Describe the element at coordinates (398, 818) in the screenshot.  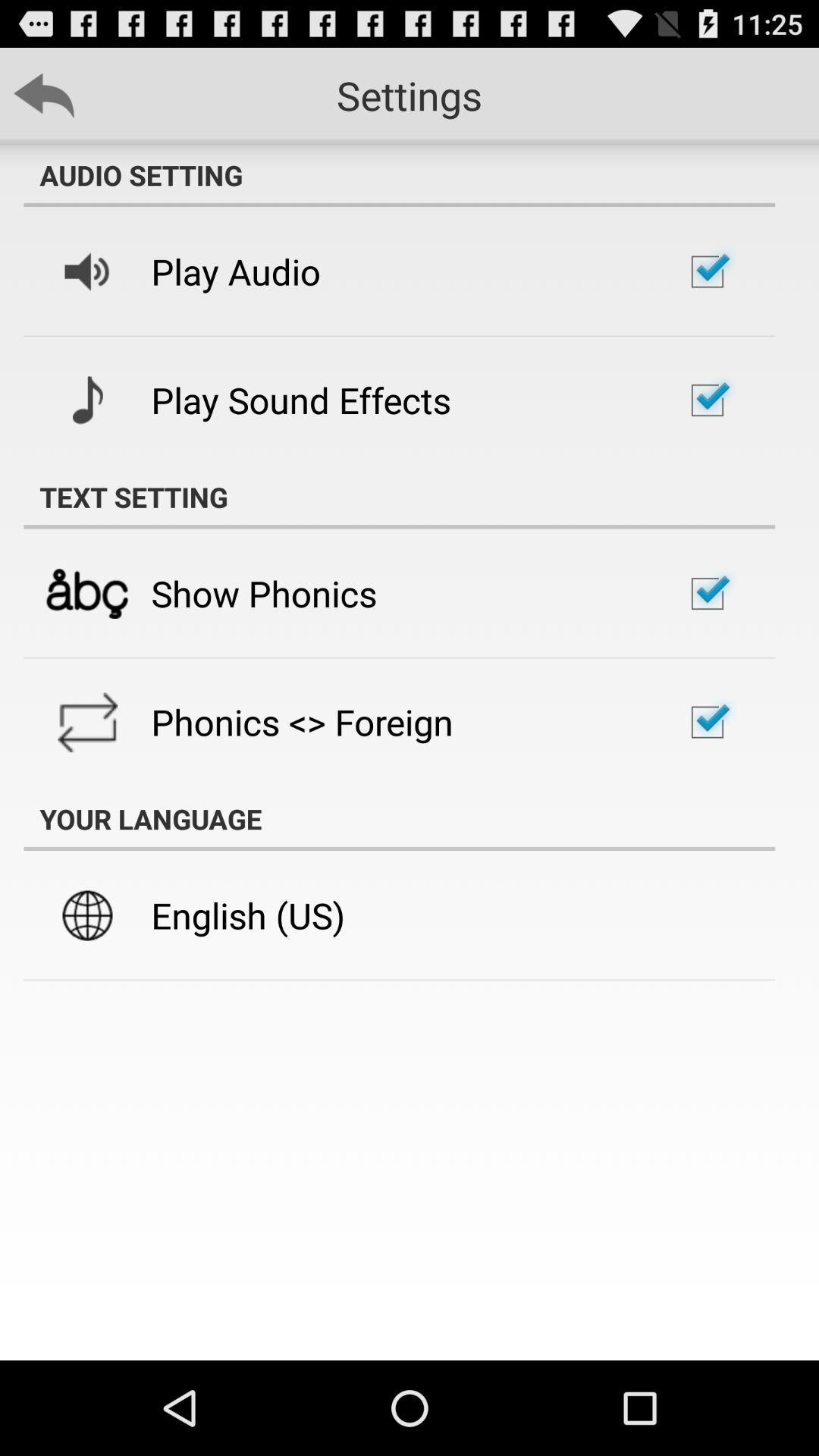
I see `the your language icon` at that location.